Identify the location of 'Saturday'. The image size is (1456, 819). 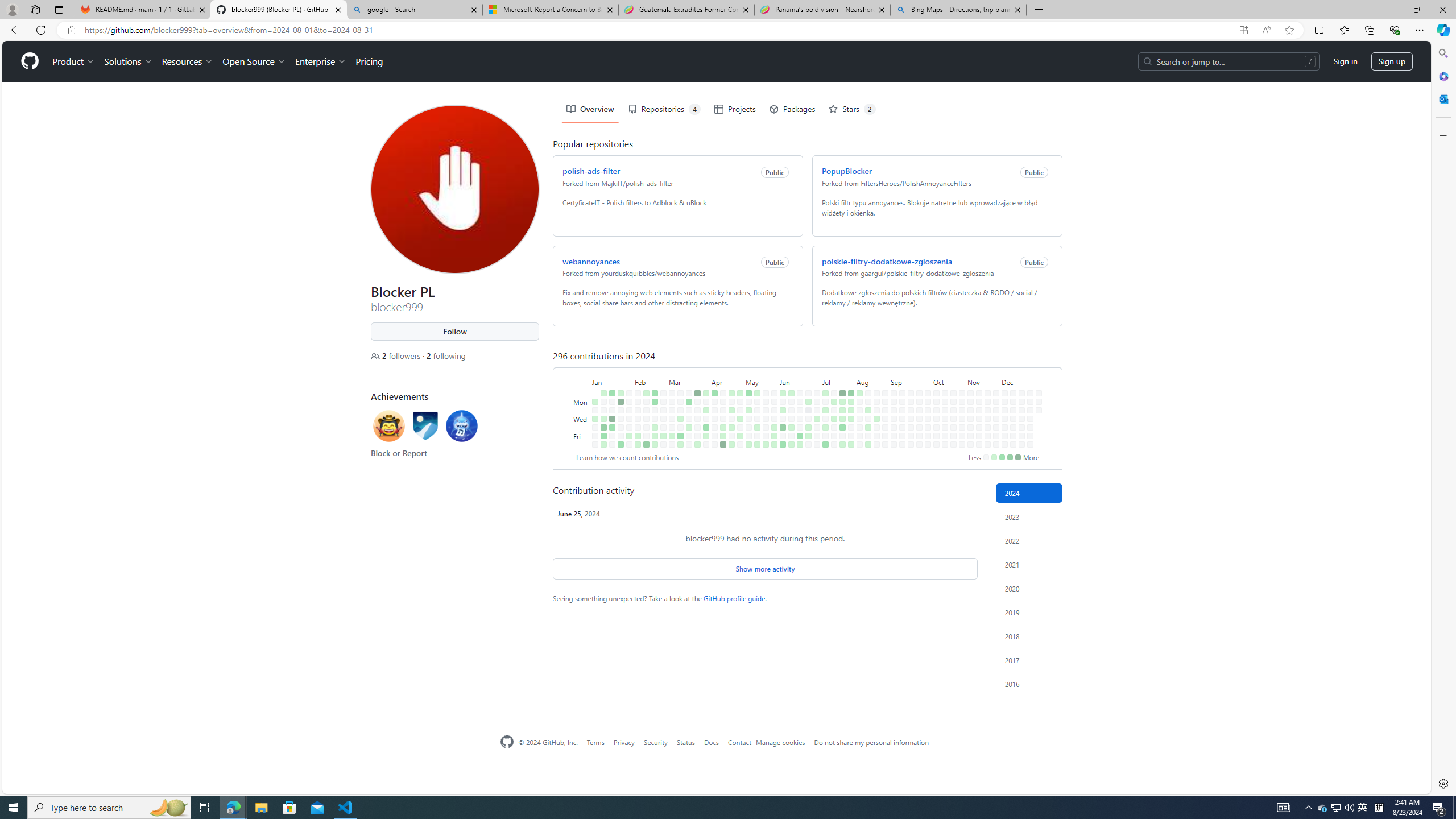
(581, 444).